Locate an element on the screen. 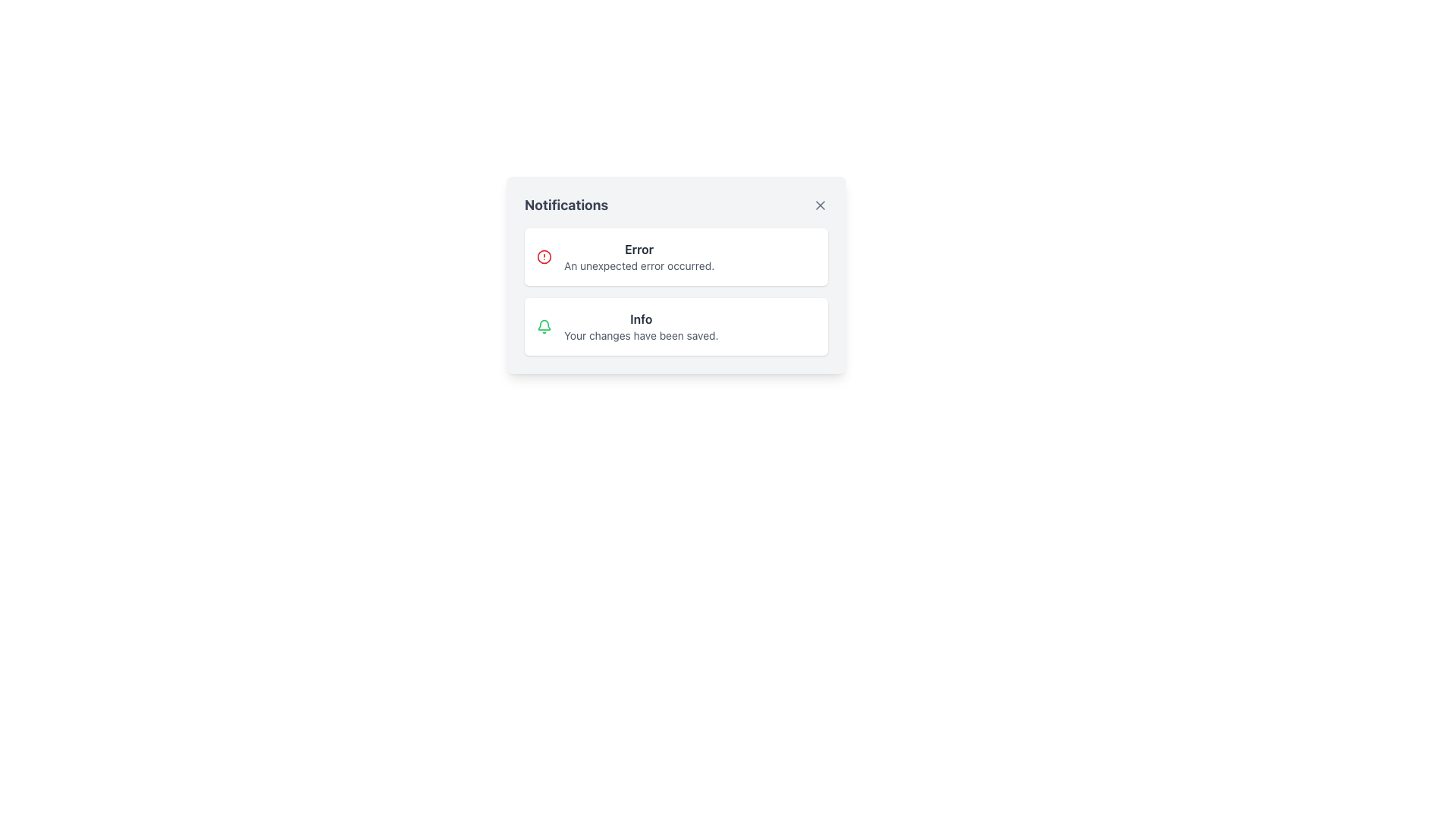 This screenshot has height=819, width=1456. the bell-shaped notification icon with a green outline, which is located on the far left side of the notification box containing the text 'Info' and 'Your changes have been saved.' is located at coordinates (544, 326).